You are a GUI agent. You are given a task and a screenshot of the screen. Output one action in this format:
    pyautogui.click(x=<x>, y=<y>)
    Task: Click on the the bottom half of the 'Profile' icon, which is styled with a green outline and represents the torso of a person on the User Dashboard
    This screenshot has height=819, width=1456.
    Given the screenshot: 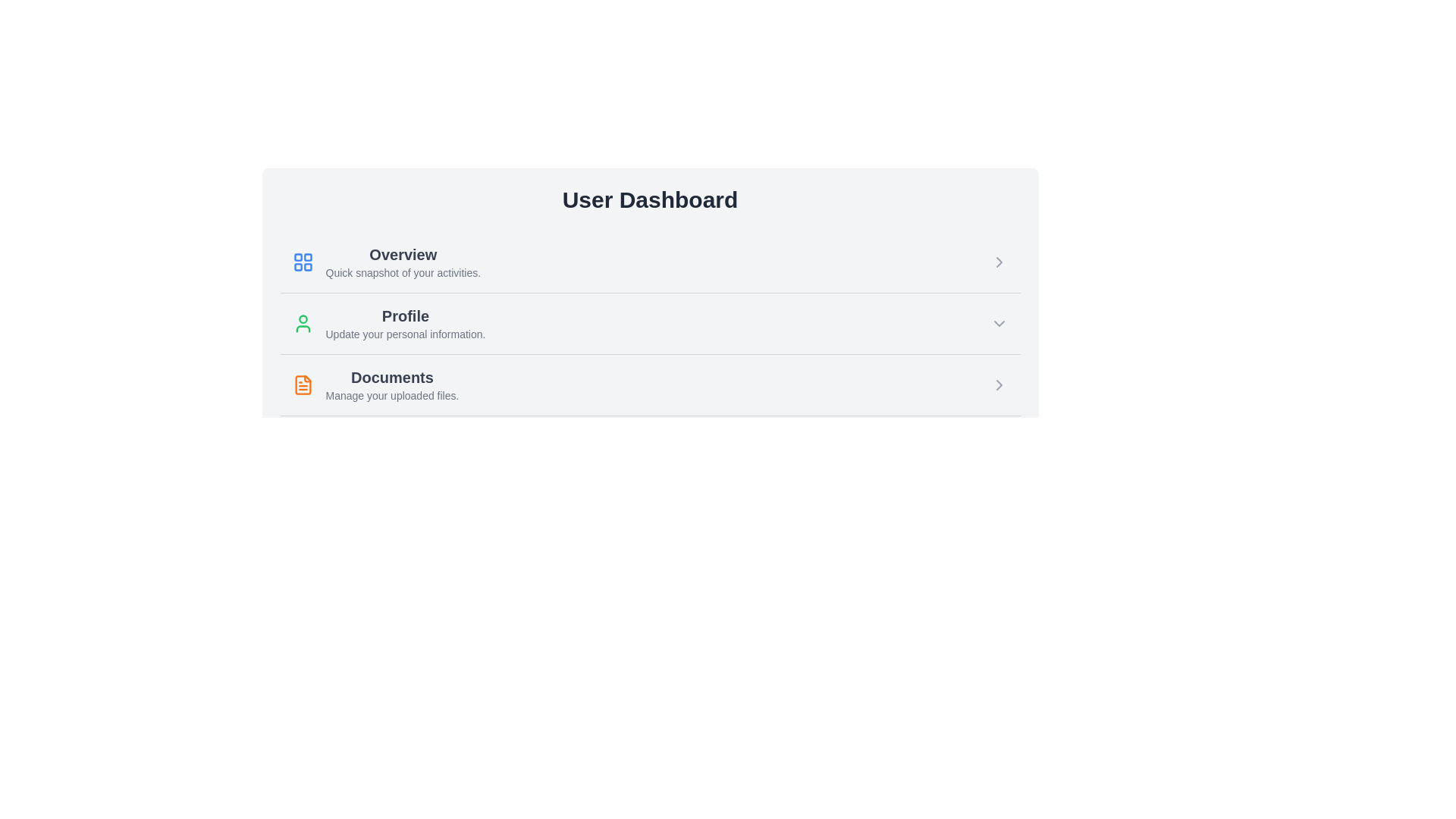 What is the action you would take?
    pyautogui.click(x=303, y=328)
    